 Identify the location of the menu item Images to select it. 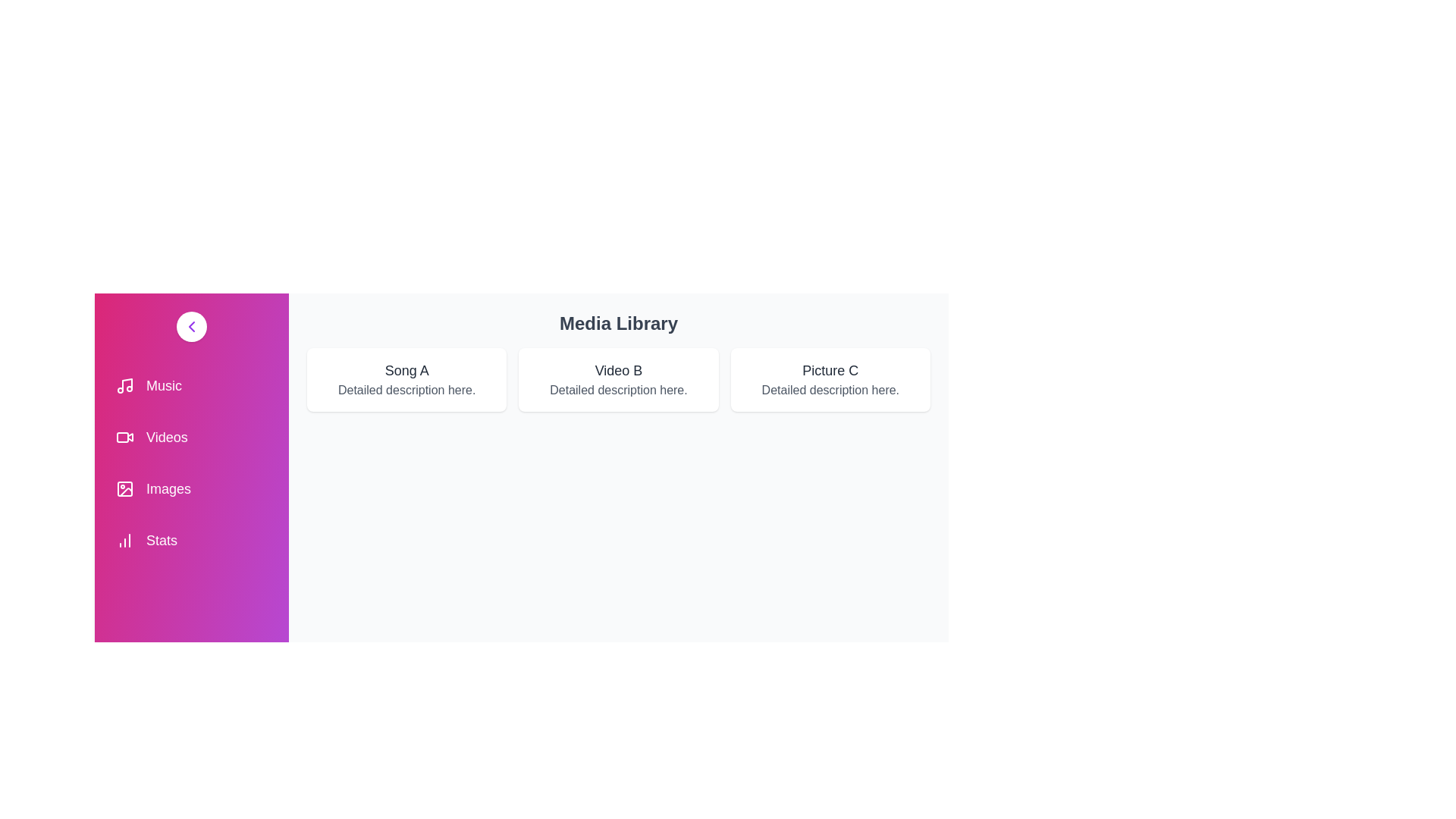
(191, 488).